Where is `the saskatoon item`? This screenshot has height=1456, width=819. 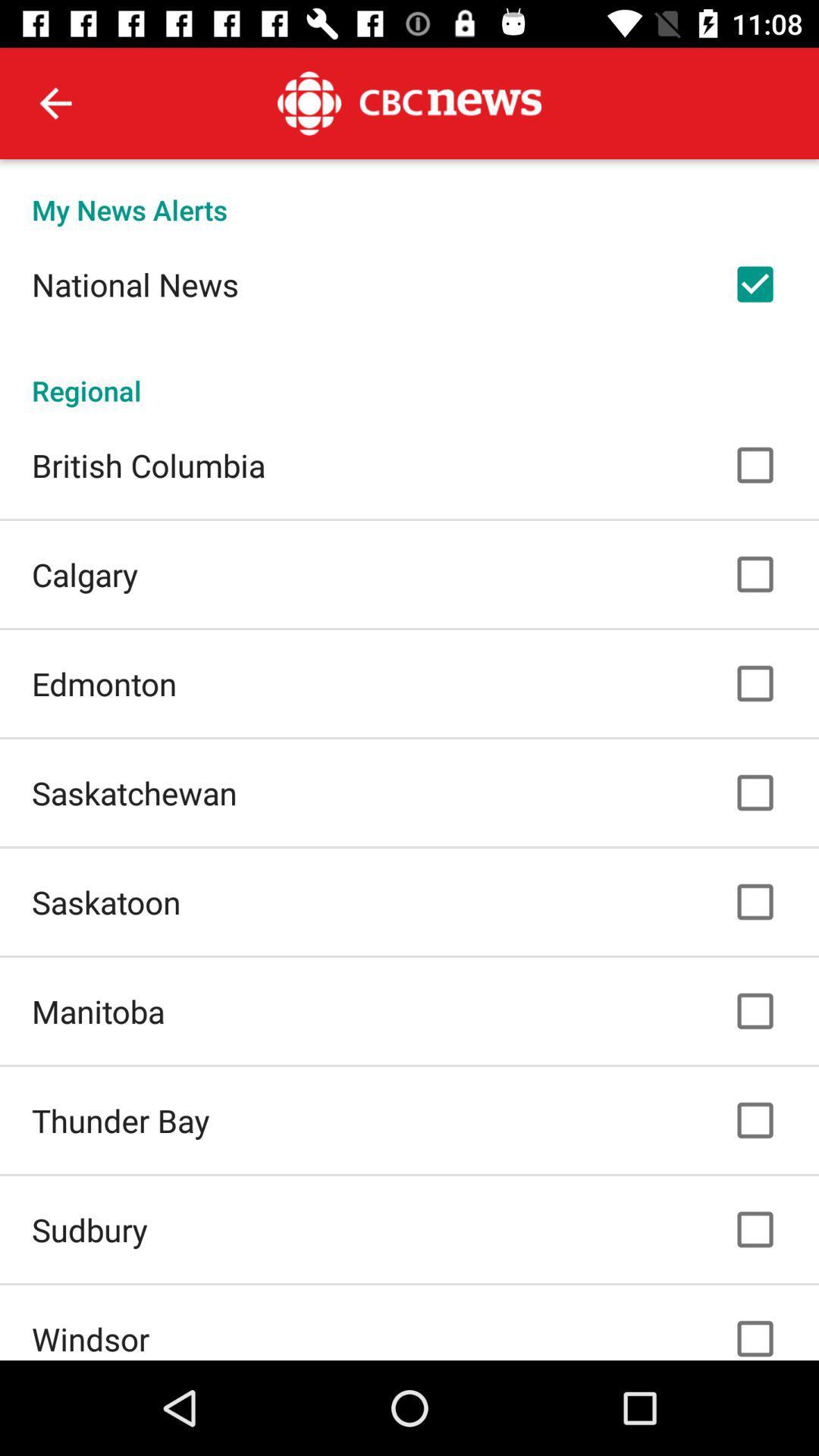 the saskatoon item is located at coordinates (105, 902).